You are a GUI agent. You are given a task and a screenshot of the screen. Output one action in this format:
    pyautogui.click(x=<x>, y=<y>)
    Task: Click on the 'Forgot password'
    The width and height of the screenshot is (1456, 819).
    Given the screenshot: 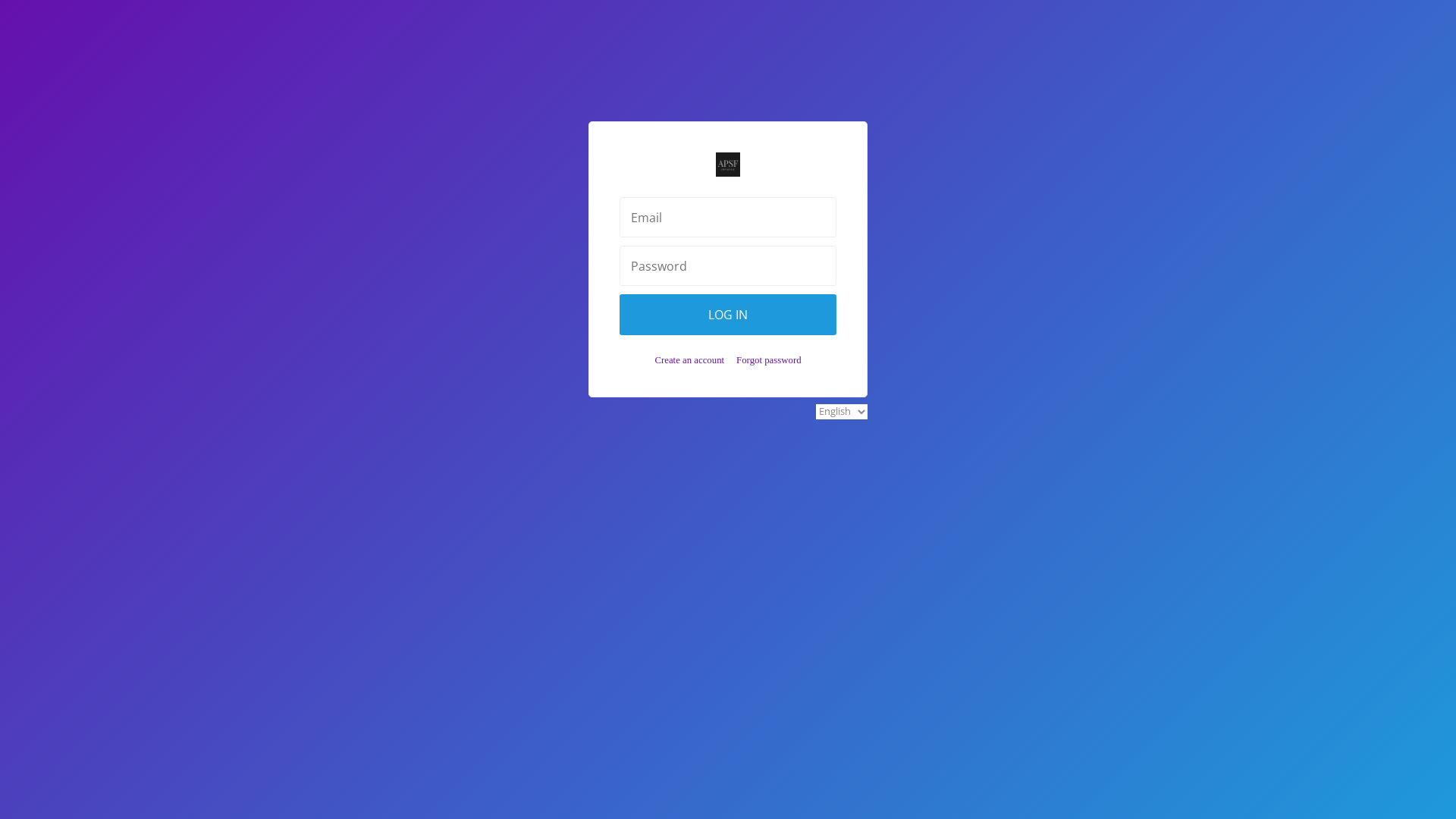 What is the action you would take?
    pyautogui.click(x=768, y=359)
    